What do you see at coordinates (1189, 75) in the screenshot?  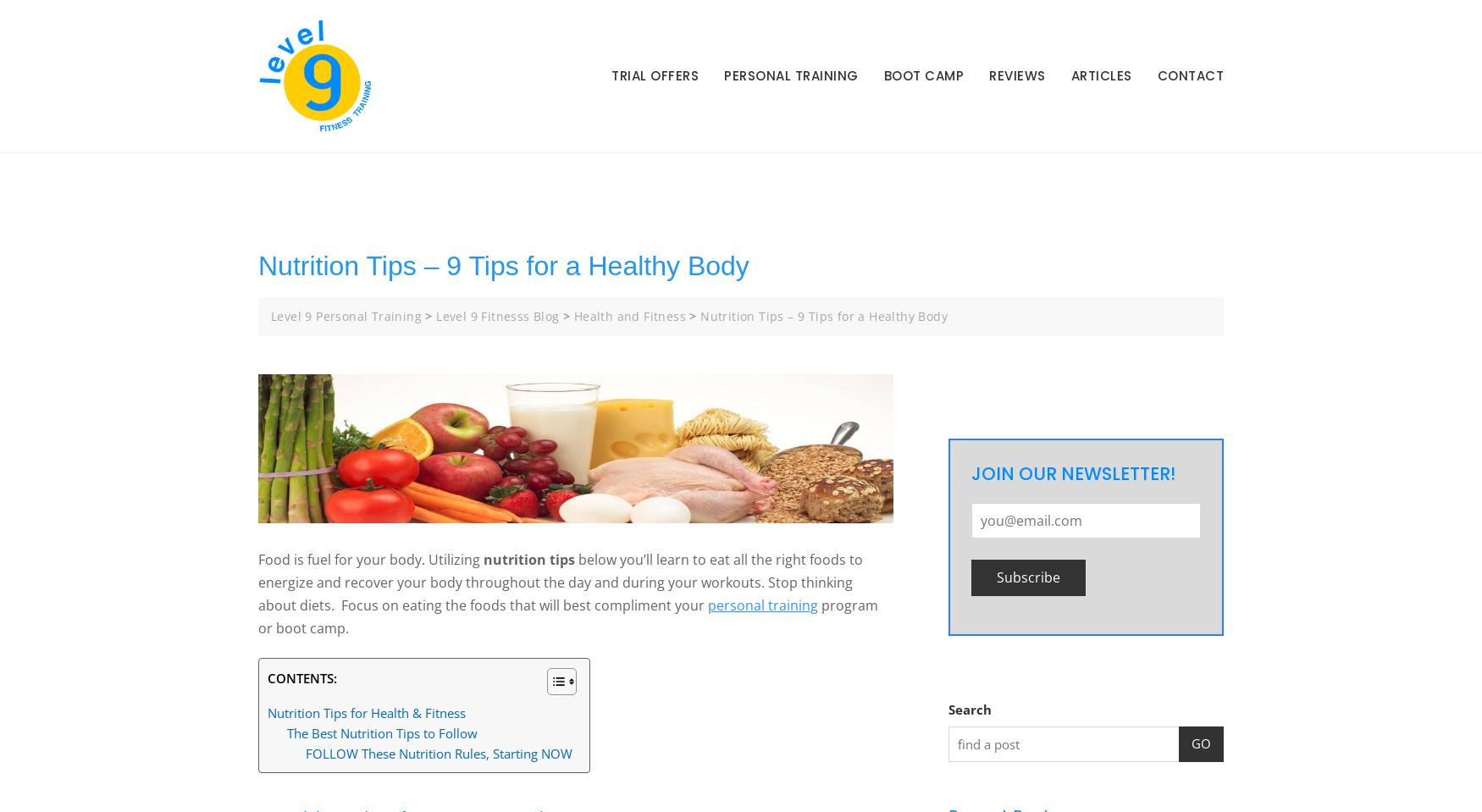 I see `'CONTACT'` at bounding box center [1189, 75].